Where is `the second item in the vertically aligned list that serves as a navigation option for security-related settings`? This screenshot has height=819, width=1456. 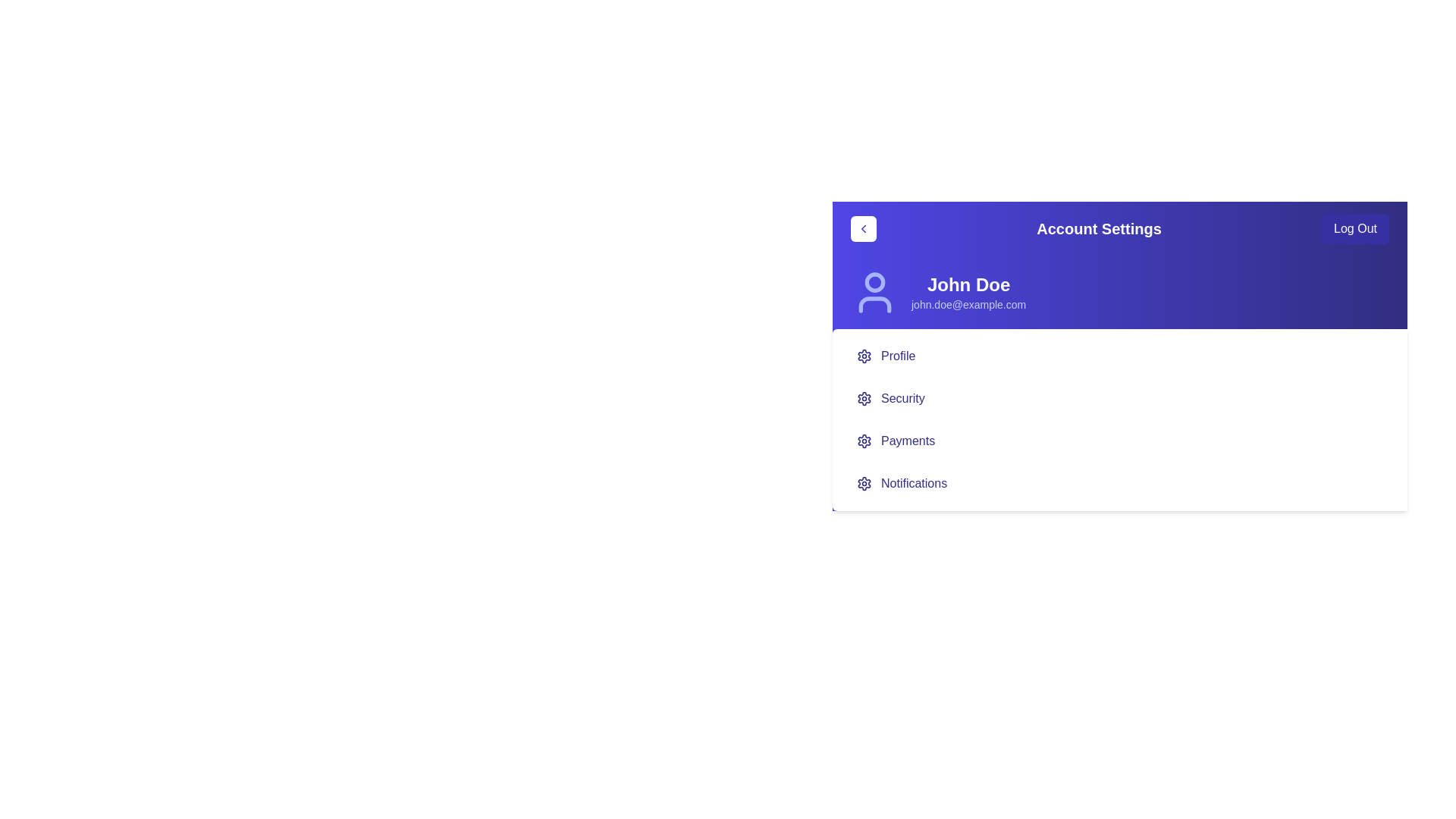
the second item in the vertically aligned list that serves as a navigation option for security-related settings is located at coordinates (1120, 397).